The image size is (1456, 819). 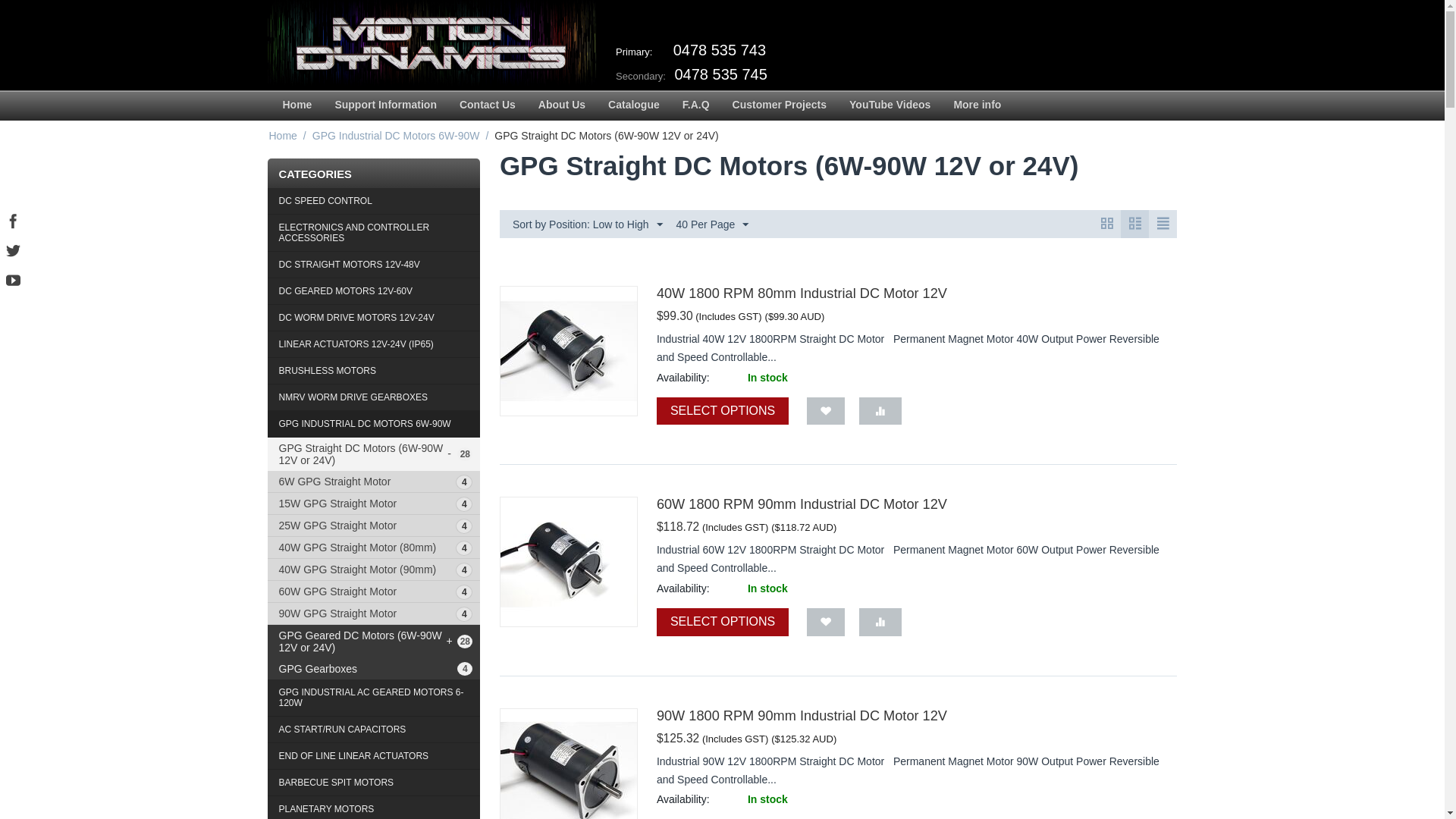 I want to click on 'Support Information', so click(x=385, y=105).